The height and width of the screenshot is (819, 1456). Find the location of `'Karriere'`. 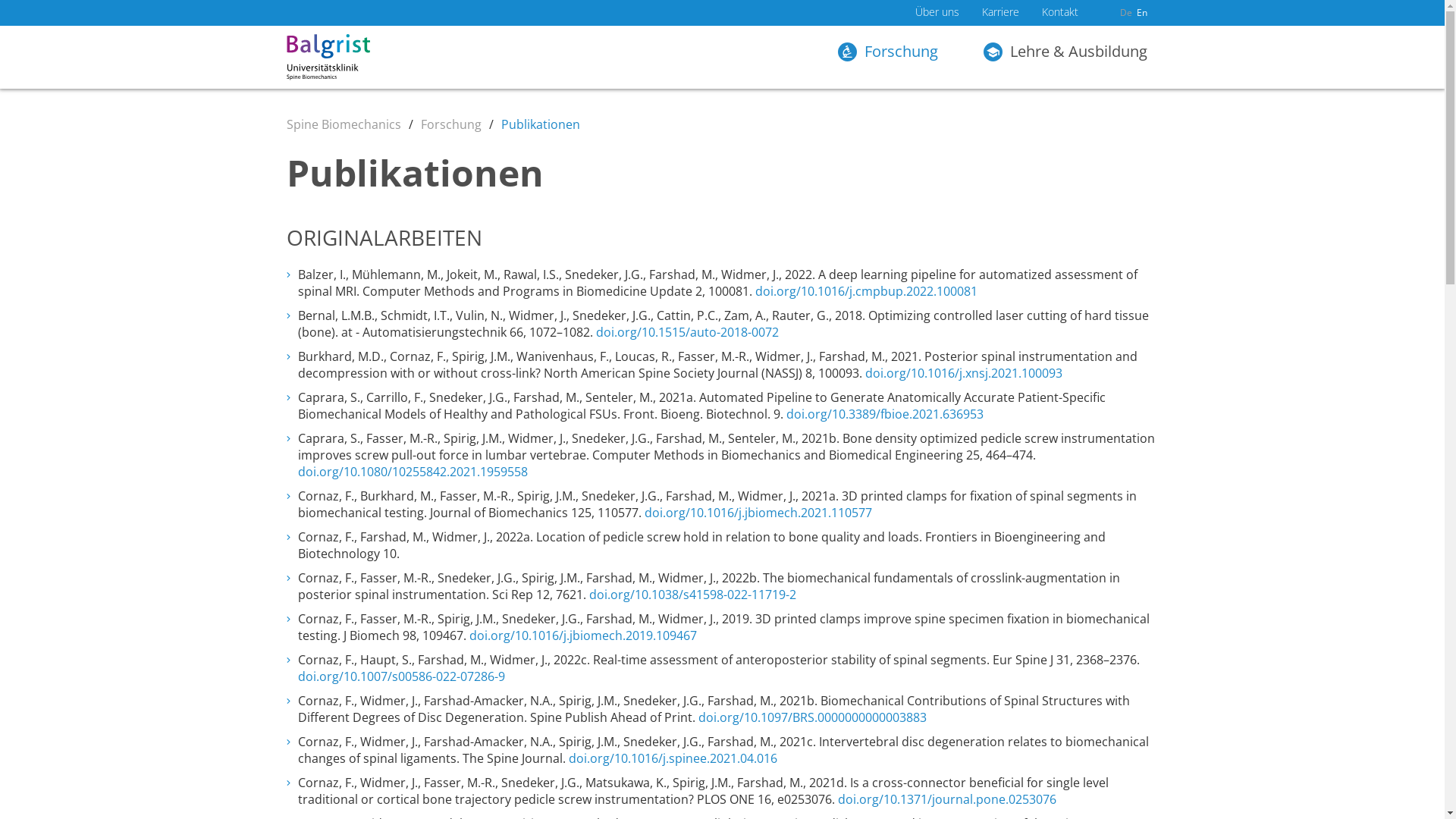

'Karriere' is located at coordinates (999, 14).